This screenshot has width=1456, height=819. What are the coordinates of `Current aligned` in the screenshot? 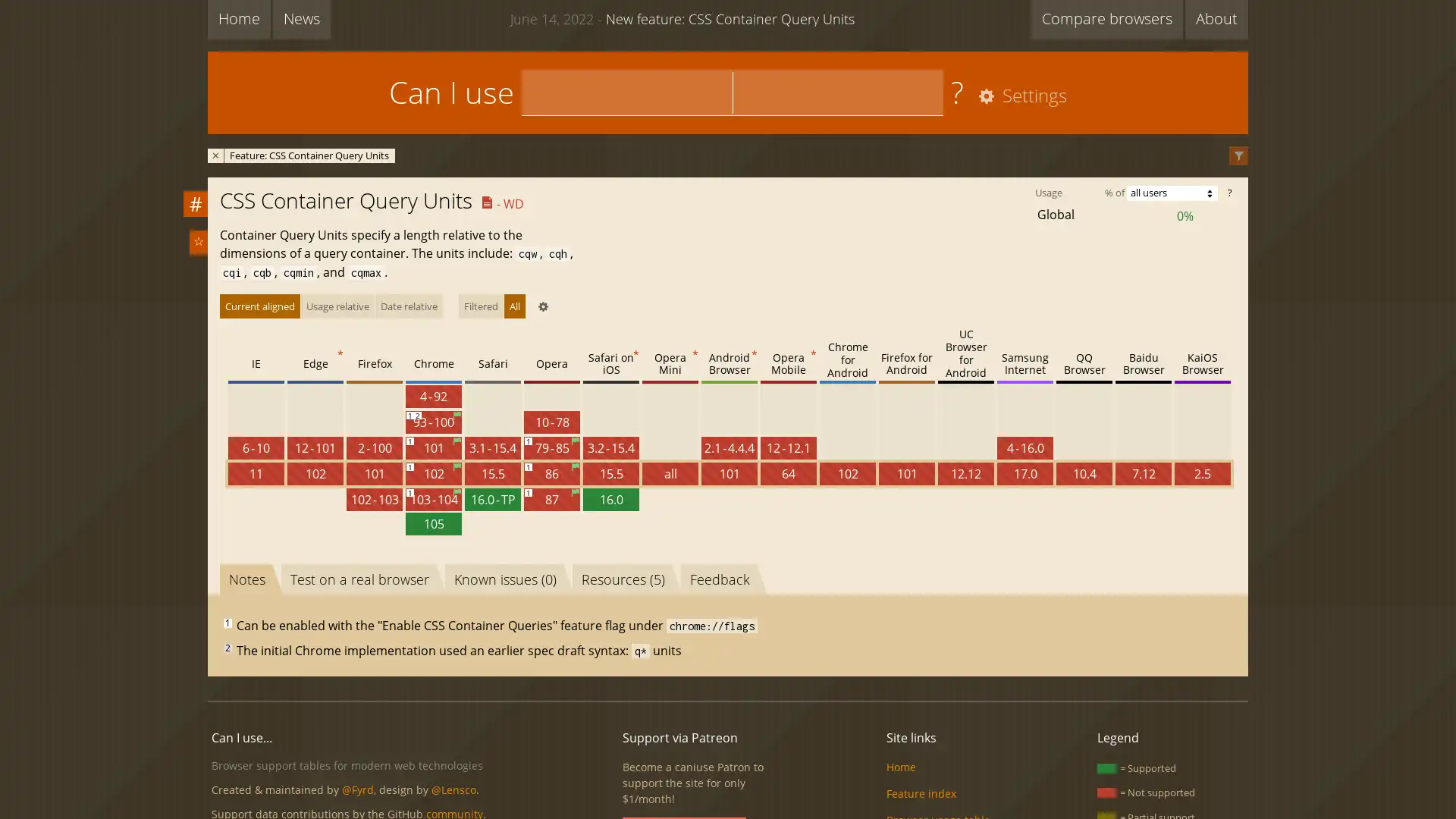 It's located at (259, 306).